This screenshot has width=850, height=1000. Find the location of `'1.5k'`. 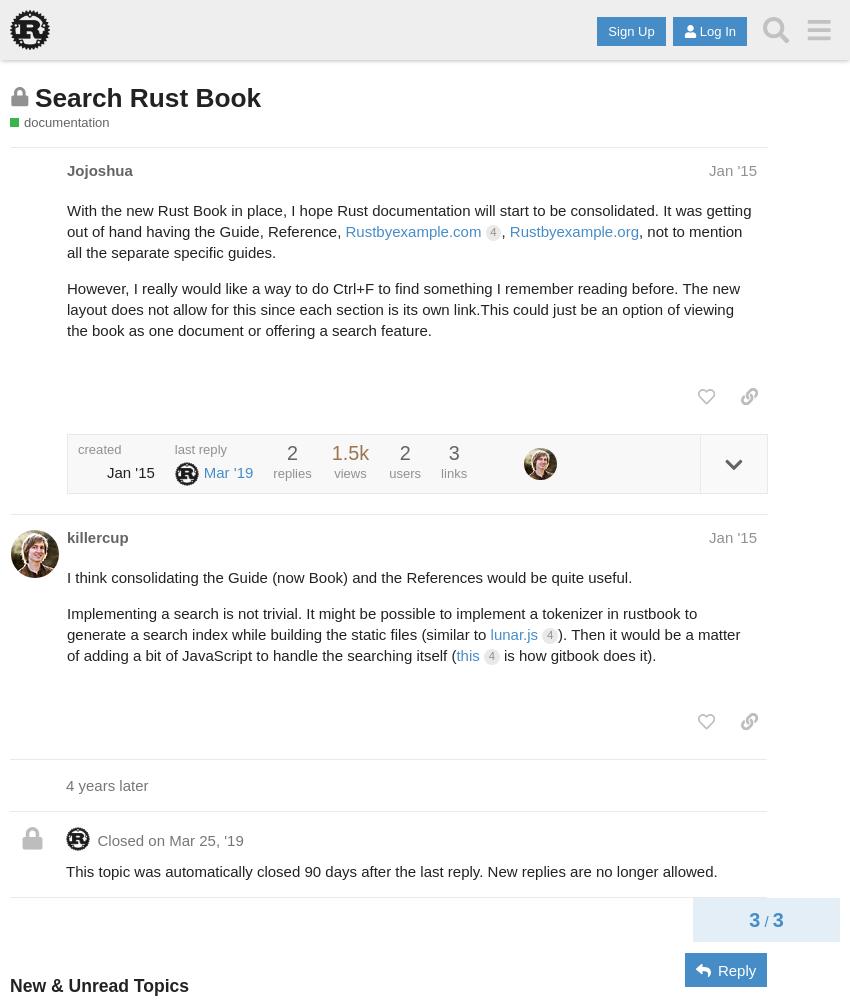

'1.5k' is located at coordinates (349, 452).